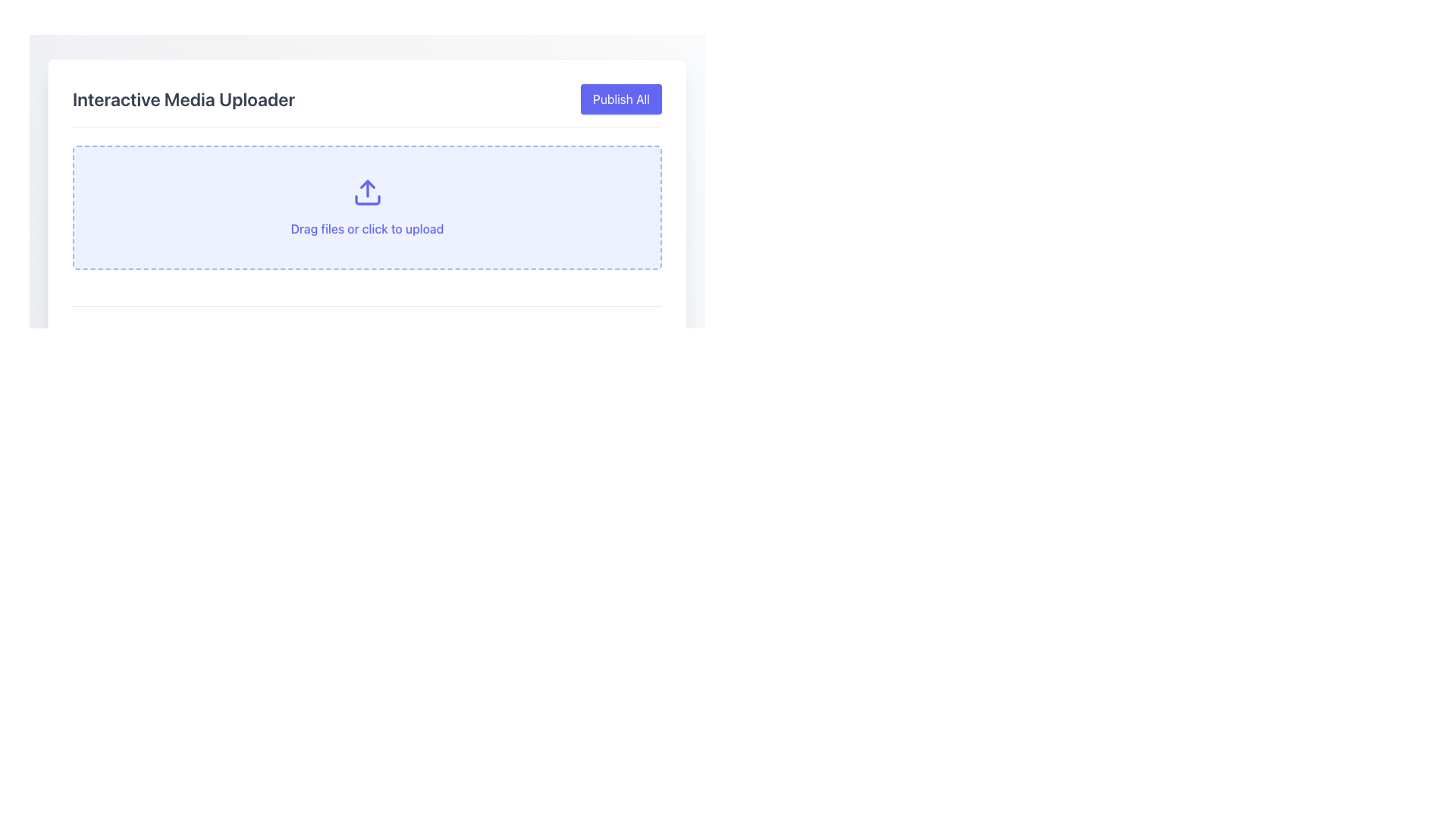 This screenshot has width=1456, height=819. I want to click on the upload feature icon, which is centrally located above the text 'Drag files or click to upload', to initiate the file upload process, so click(367, 192).